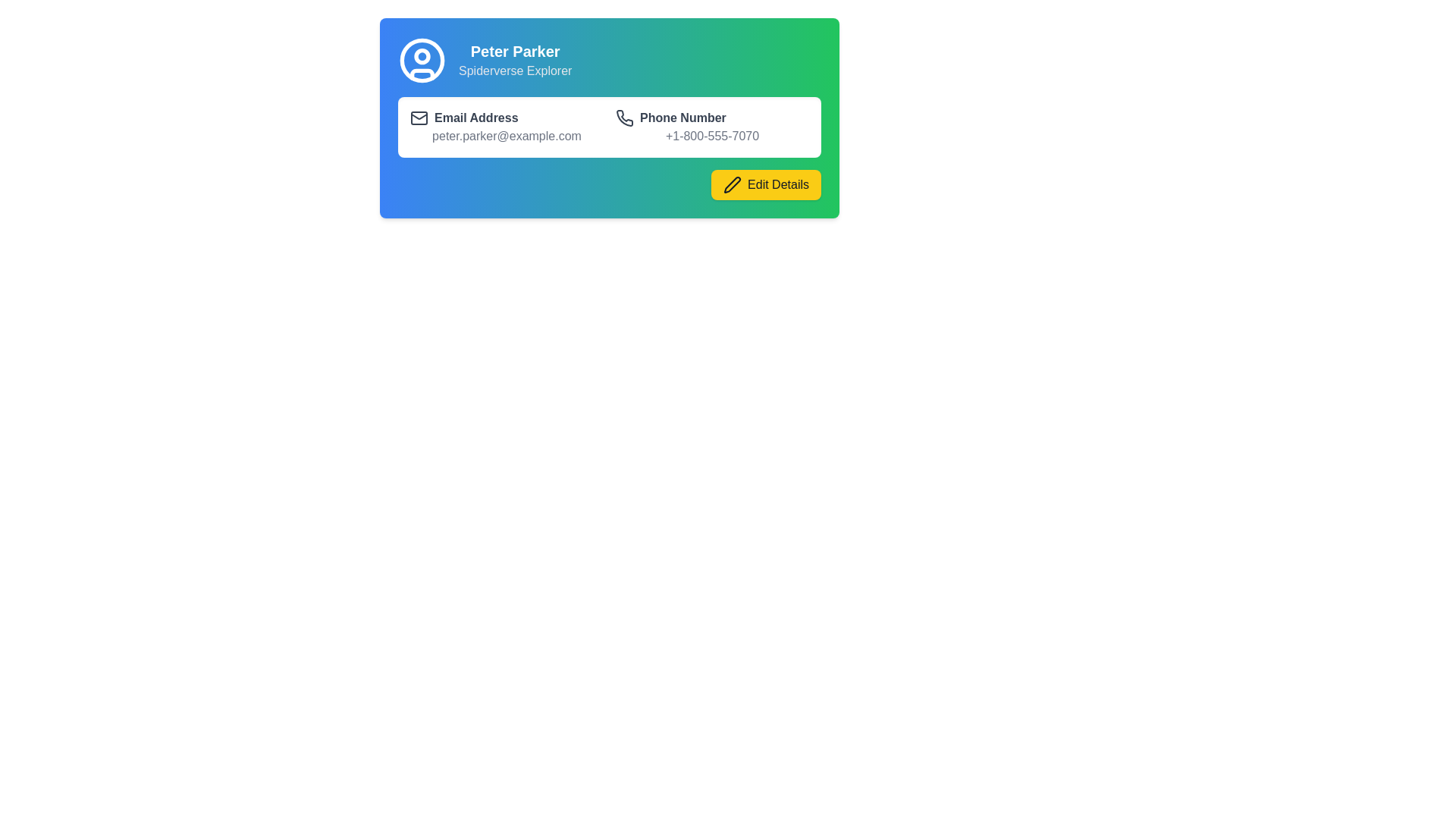 The image size is (1456, 819). What do you see at coordinates (422, 60) in the screenshot?
I see `the circular user icon with a white border and user silhouette, located at the top-left corner of the profile section, adjacent to the text 'Peter Parker' and 'Spiderverse Explorer'` at bounding box center [422, 60].